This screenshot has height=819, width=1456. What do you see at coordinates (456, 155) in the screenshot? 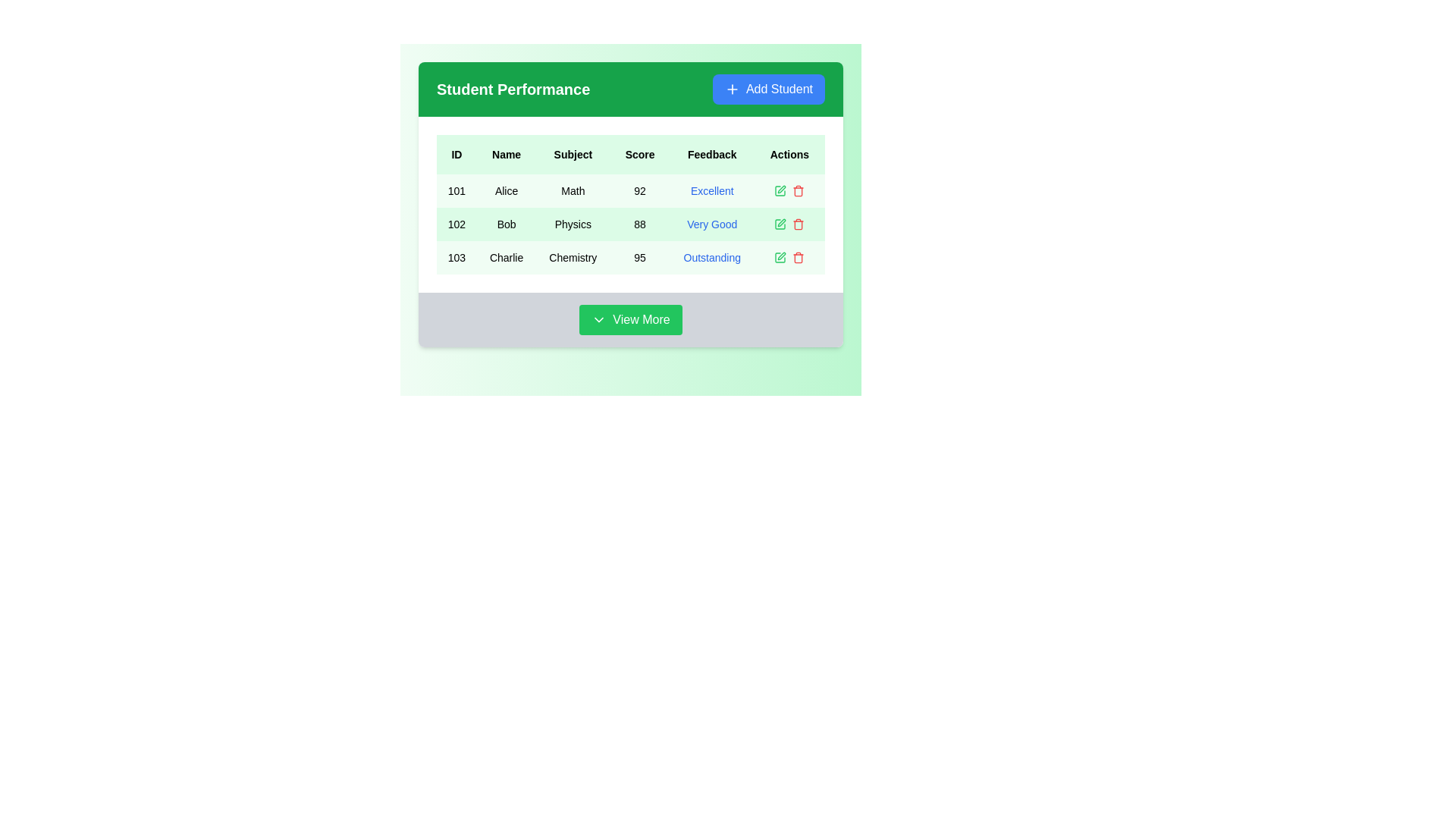
I see `the 'ID' column header in the table, which is the first item in the header row and located at the top-left of the table` at bounding box center [456, 155].